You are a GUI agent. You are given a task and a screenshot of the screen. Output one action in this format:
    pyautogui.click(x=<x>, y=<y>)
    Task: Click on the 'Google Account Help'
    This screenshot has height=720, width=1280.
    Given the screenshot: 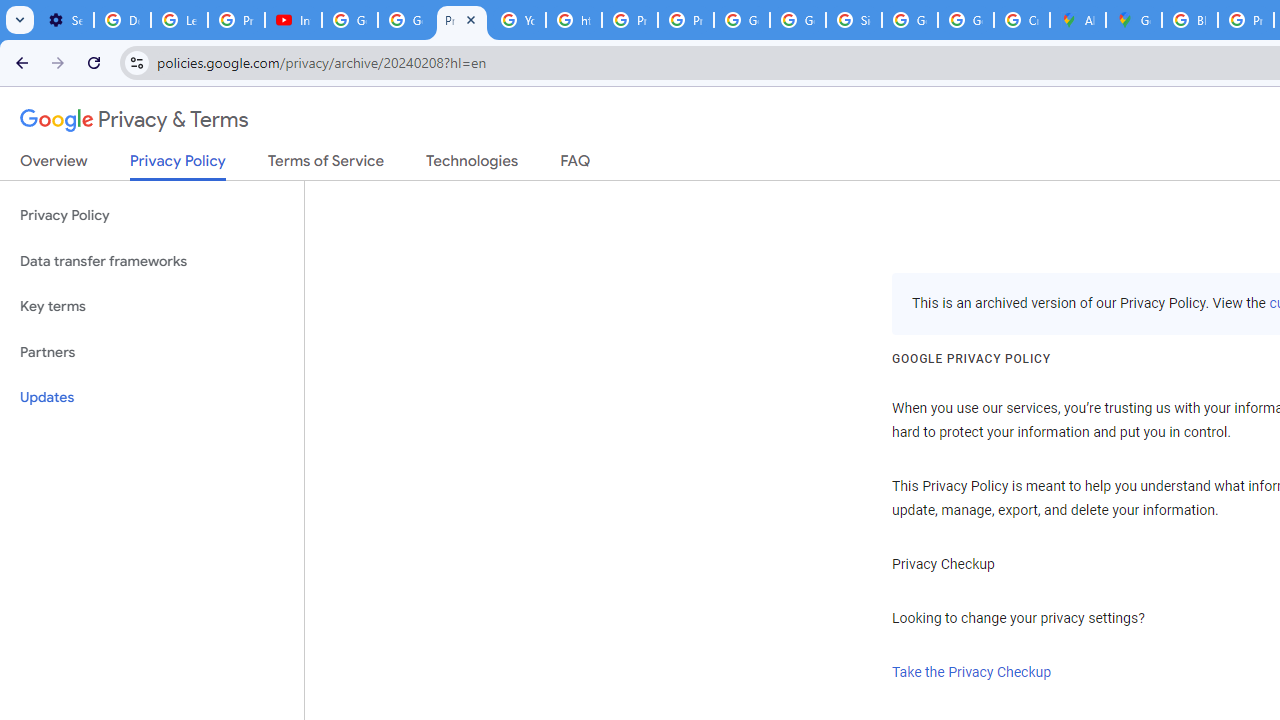 What is the action you would take?
    pyautogui.click(x=350, y=20)
    